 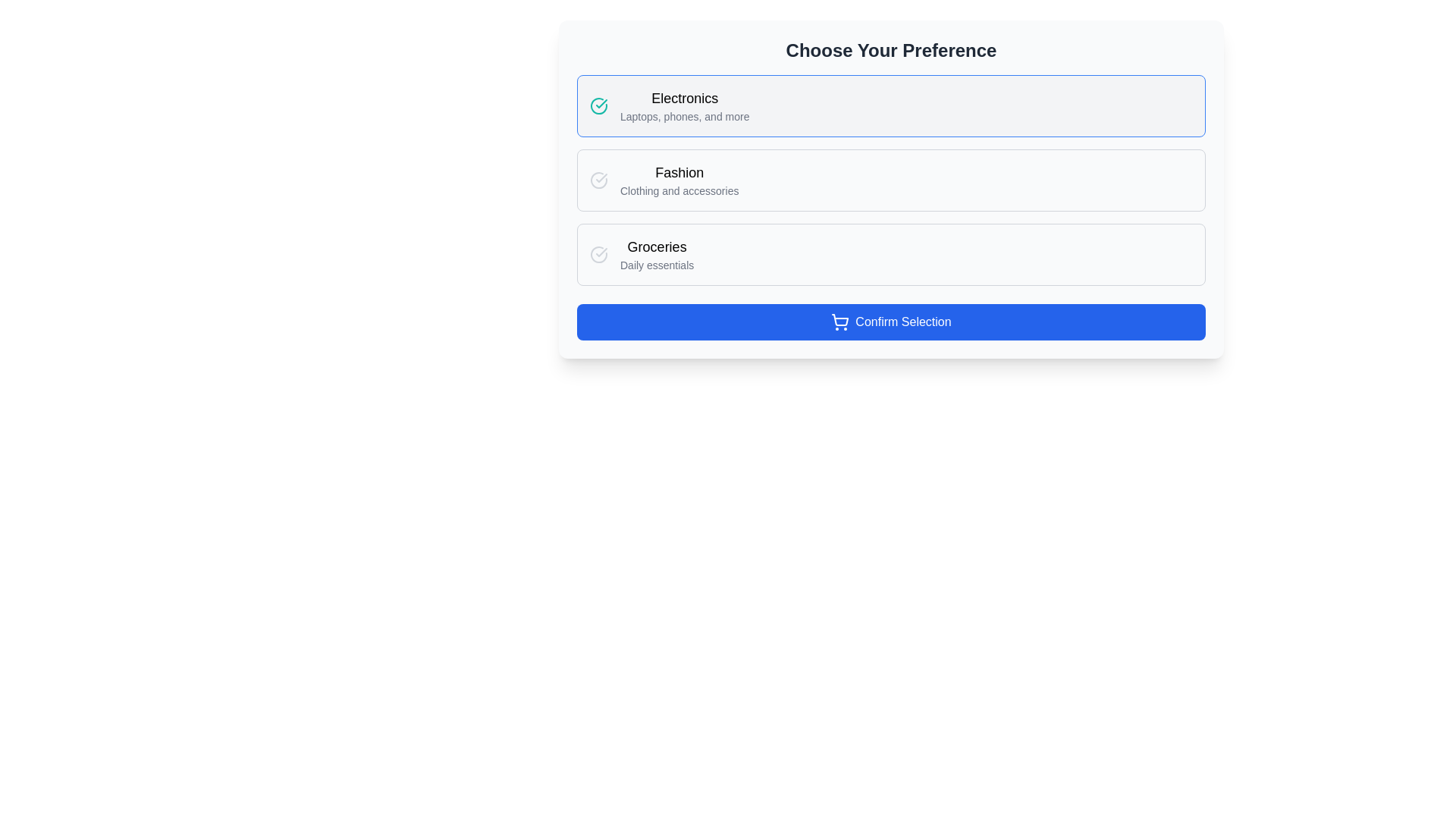 What do you see at coordinates (891, 321) in the screenshot?
I see `blue button with rounded corners labeled 'Confirm Selection', located at the bottom of the 'Choose Your Preference' card` at bounding box center [891, 321].